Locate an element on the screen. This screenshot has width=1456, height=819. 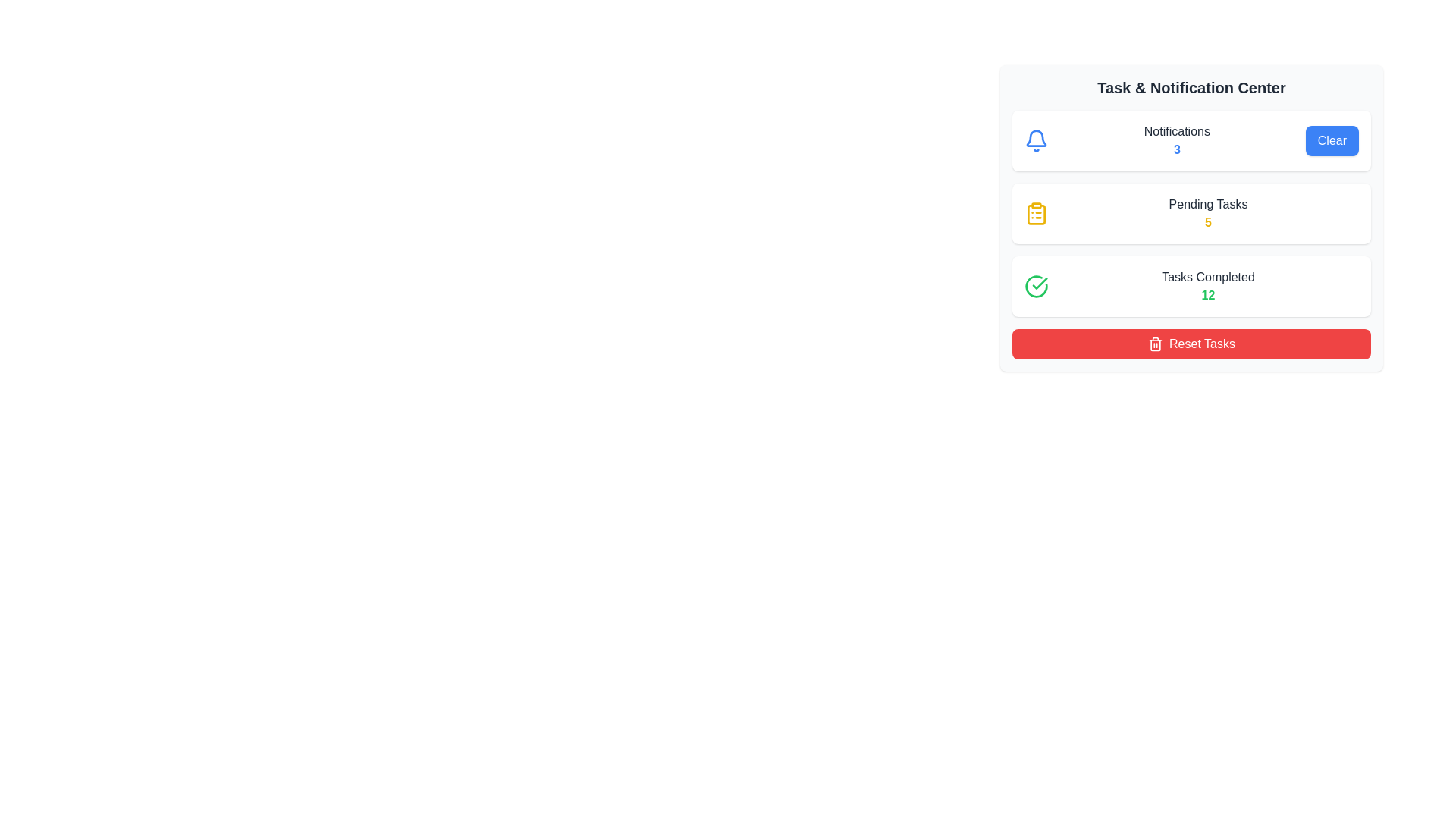
text content of the 'Pending Tasks' label, which displays the number '5' in bright yellow, located in the middle section of the card under 'Task & Notification Center' is located at coordinates (1207, 213).